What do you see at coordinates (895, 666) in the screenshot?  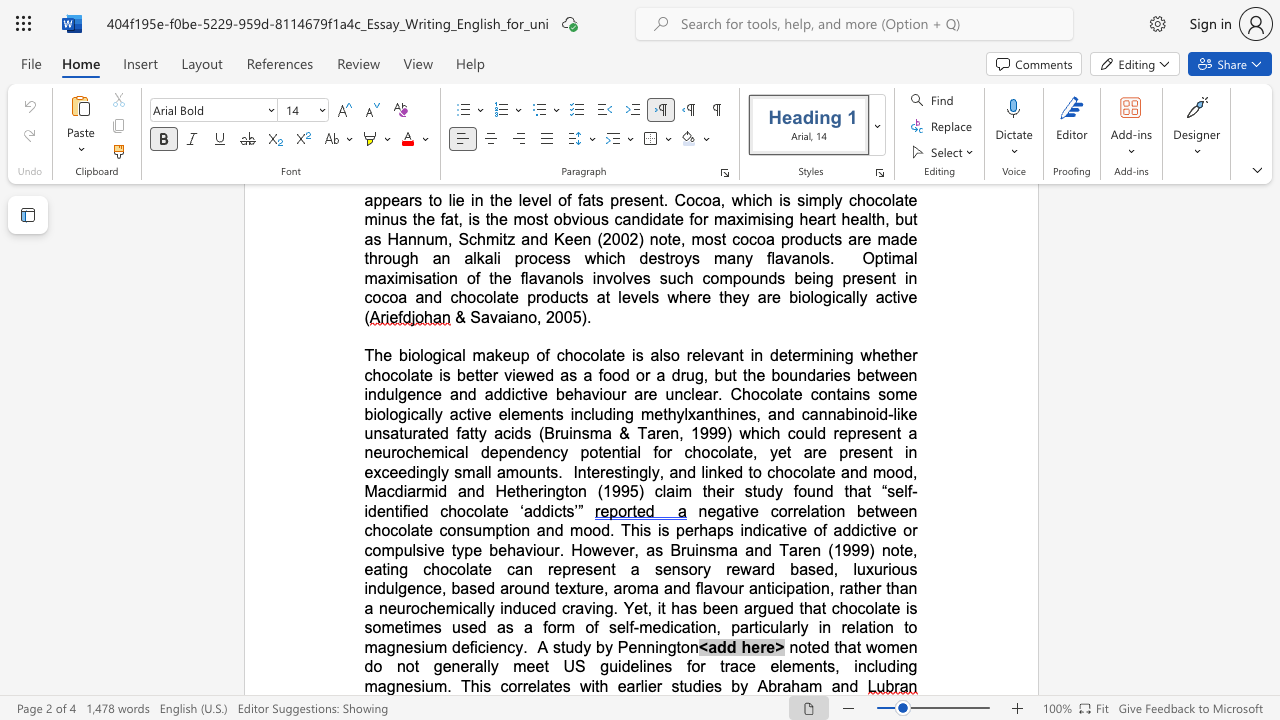 I see `the subset text "ing ma" within the text "US guidelines for trace elements, including magnesium. This correlates with earlier studies by Abraham and"` at bounding box center [895, 666].